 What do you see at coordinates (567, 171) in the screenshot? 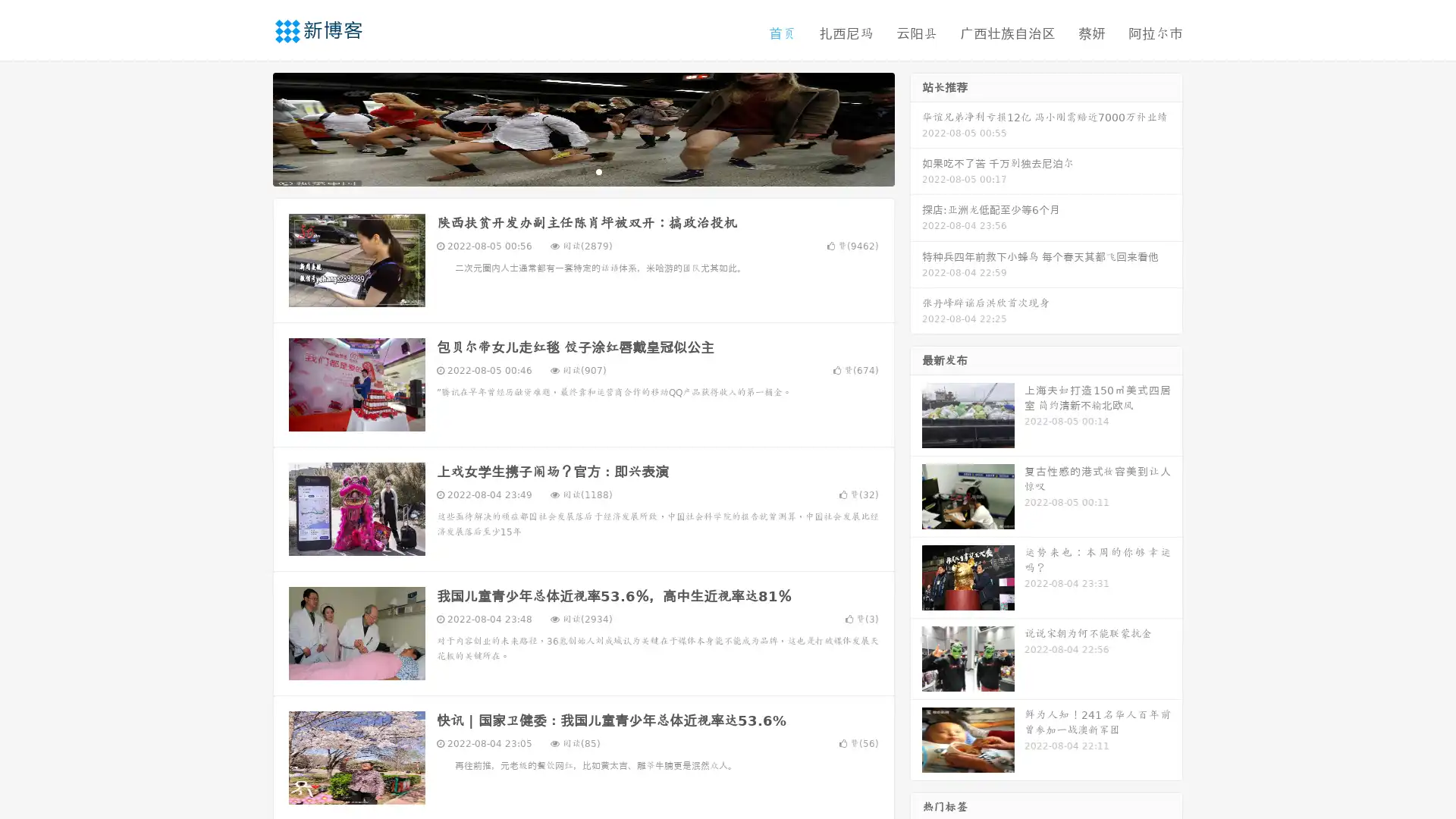
I see `Go to slide 1` at bounding box center [567, 171].